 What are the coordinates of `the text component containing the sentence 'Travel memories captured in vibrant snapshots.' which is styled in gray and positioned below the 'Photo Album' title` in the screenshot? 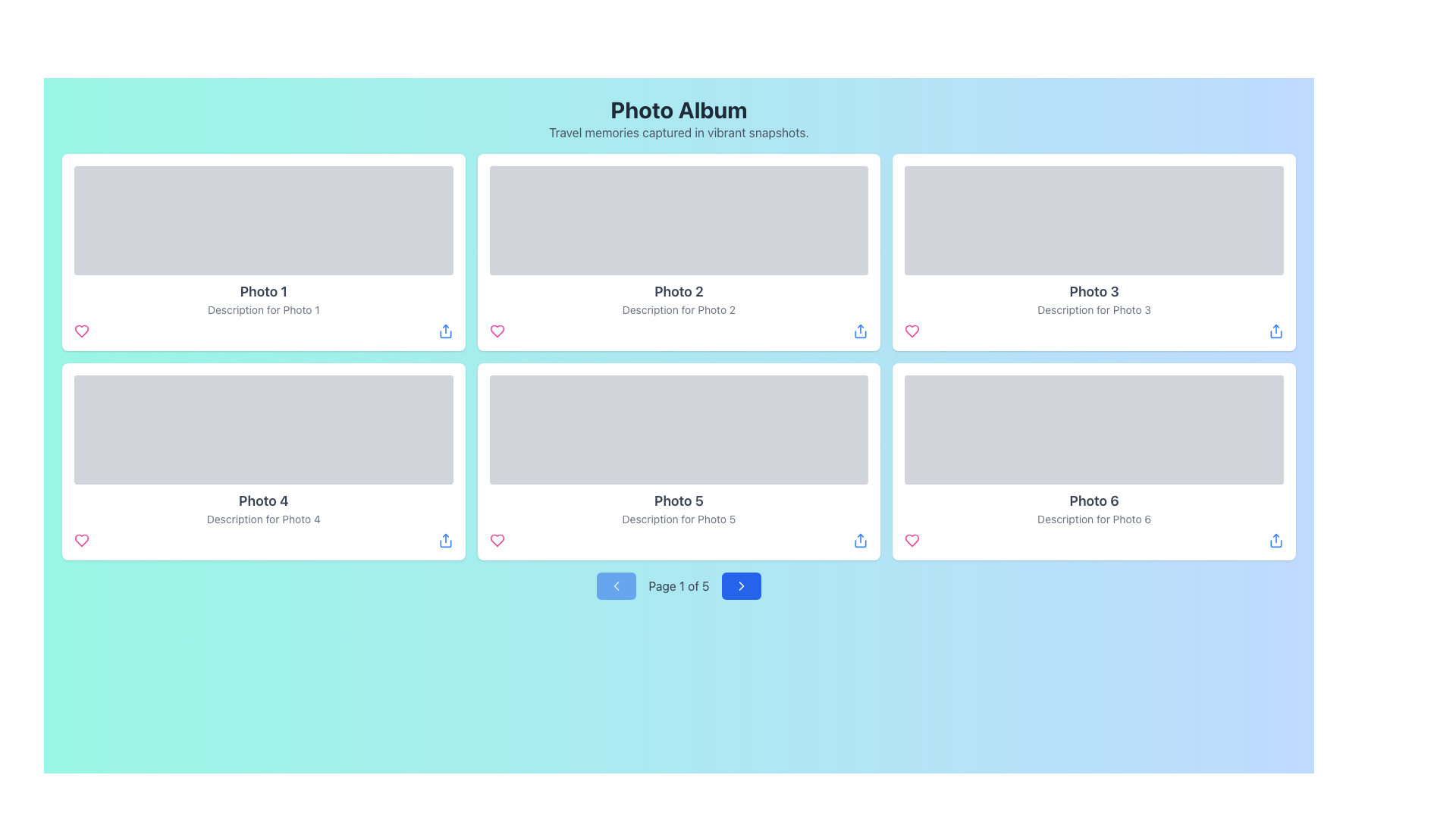 It's located at (678, 131).